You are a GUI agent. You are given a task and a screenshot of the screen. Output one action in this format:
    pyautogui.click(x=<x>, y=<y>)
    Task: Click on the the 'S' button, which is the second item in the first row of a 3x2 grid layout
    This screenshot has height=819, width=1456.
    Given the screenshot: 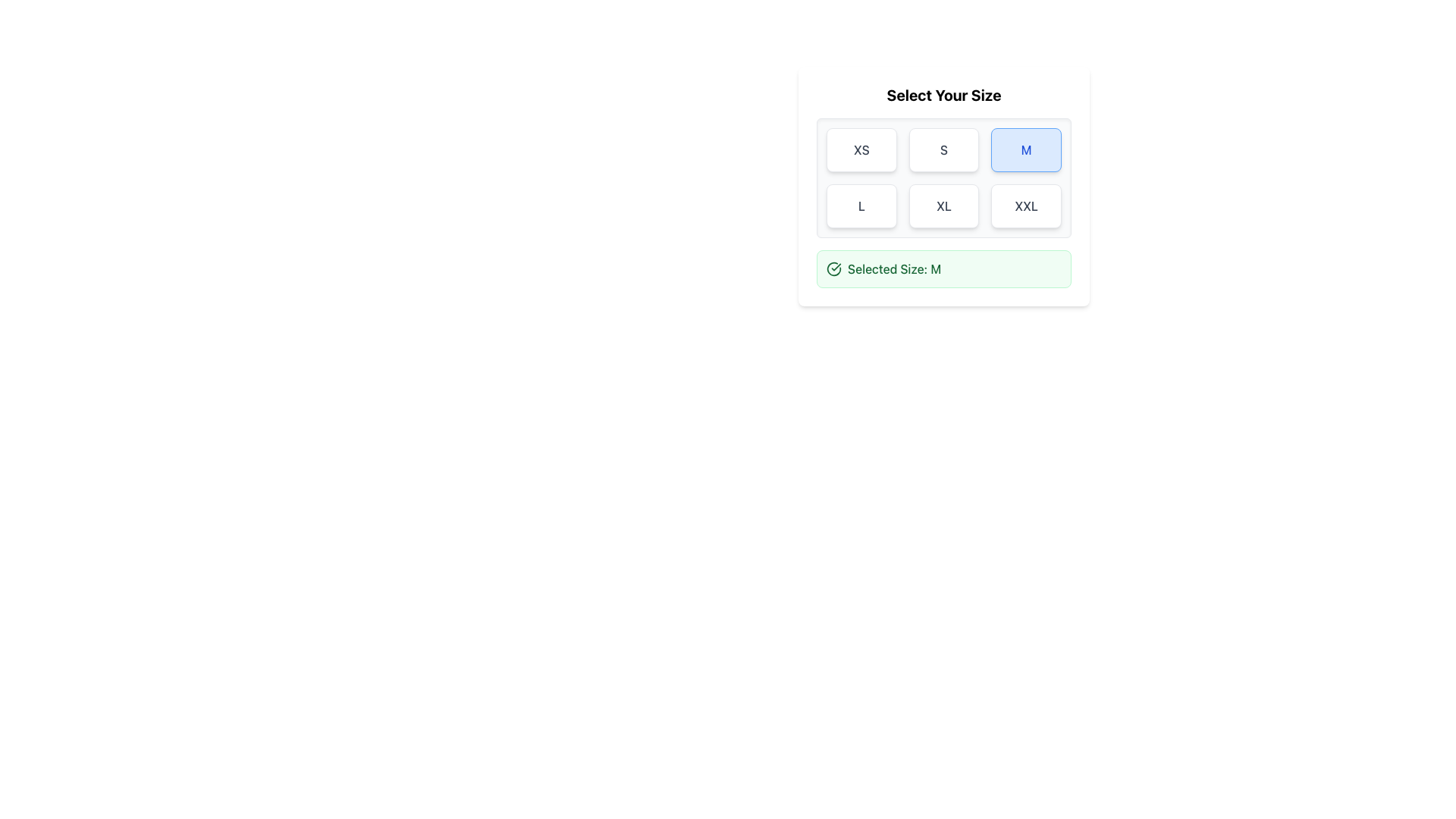 What is the action you would take?
    pyautogui.click(x=943, y=149)
    